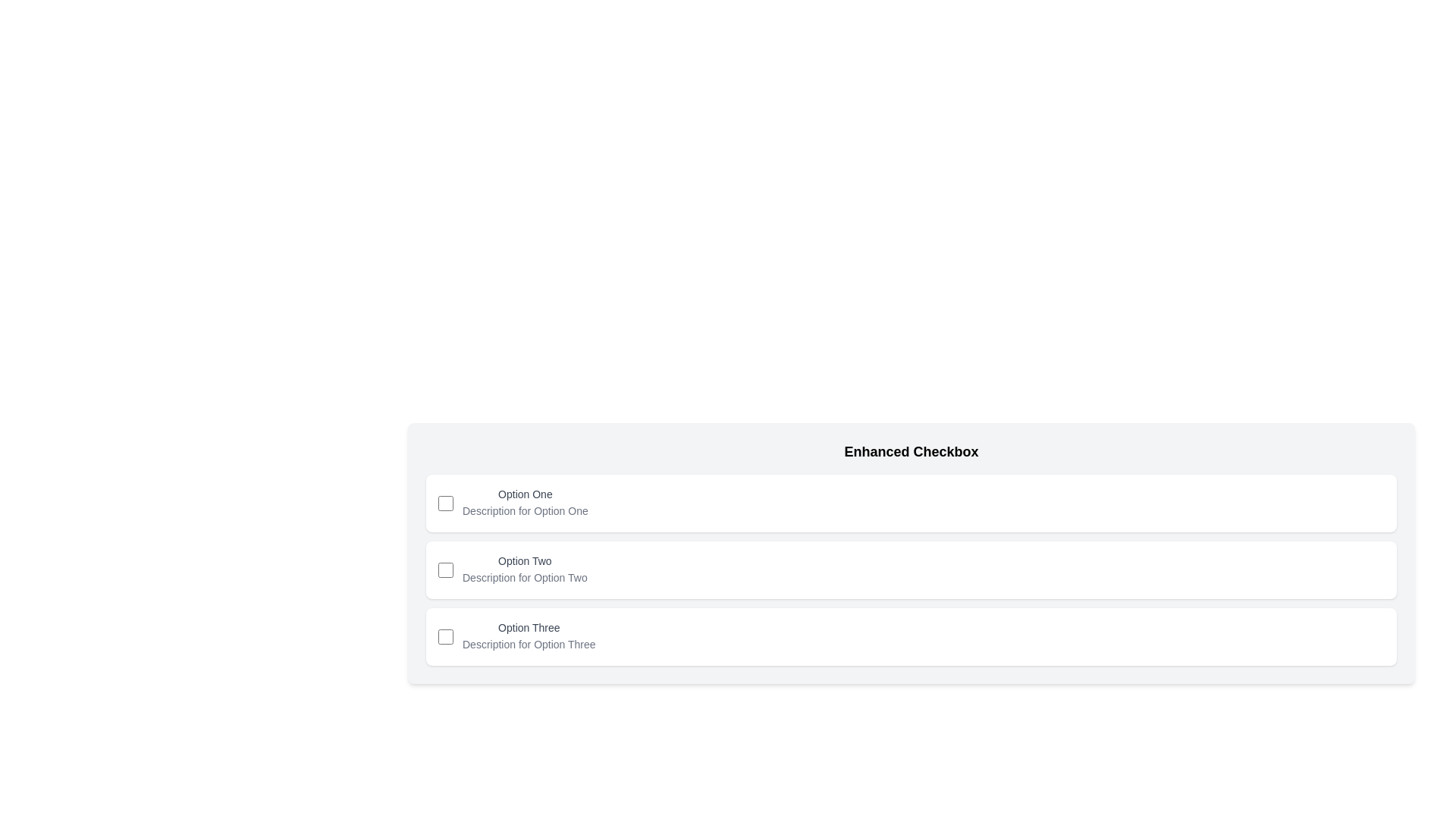 The image size is (1456, 819). Describe the element at coordinates (910, 451) in the screenshot. I see `the text header labeled 'Enhanced Checkbox', which is styled in bold with a larger font size and is located at the top of a section containing checkbox options` at that location.